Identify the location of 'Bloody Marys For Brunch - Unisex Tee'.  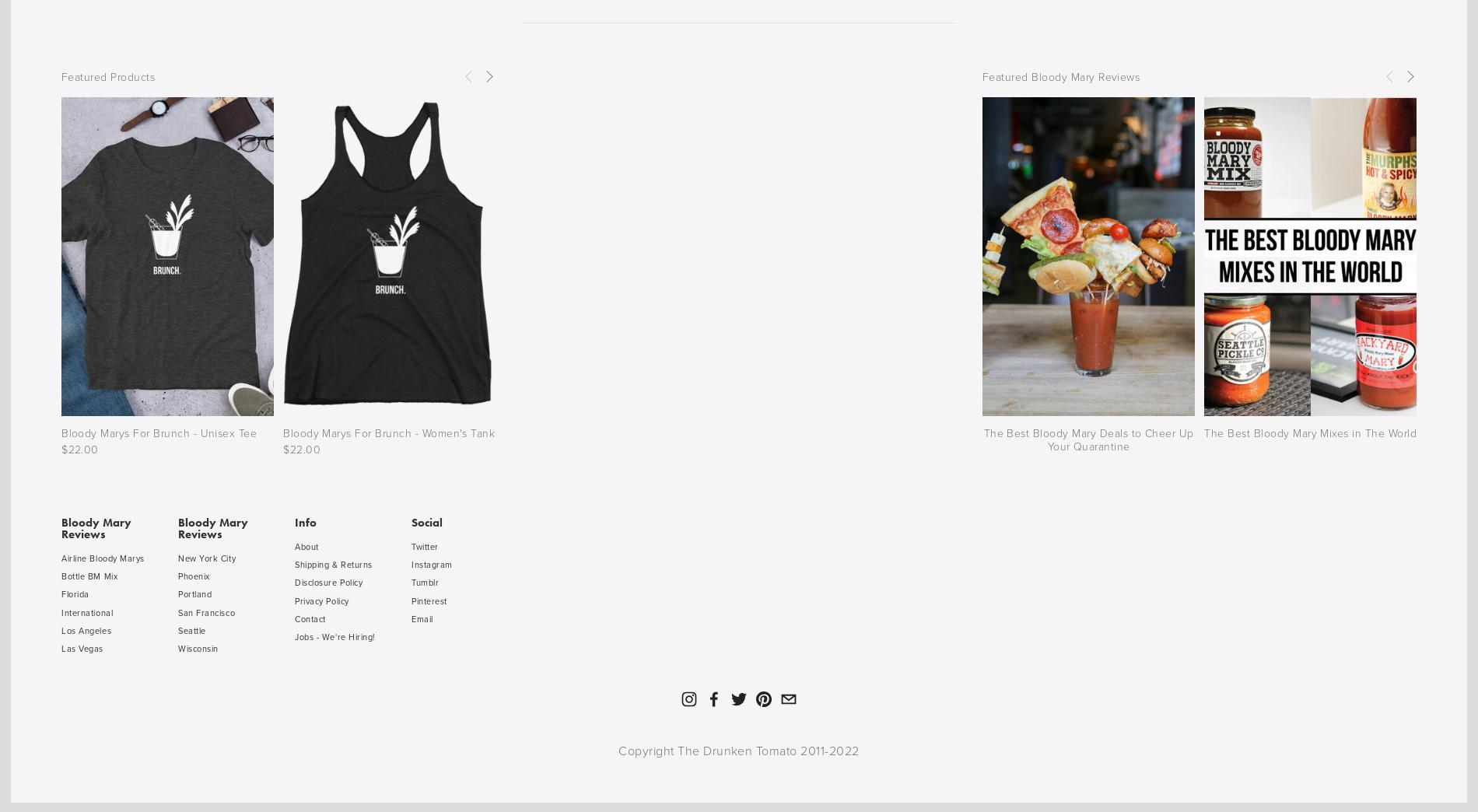
(159, 432).